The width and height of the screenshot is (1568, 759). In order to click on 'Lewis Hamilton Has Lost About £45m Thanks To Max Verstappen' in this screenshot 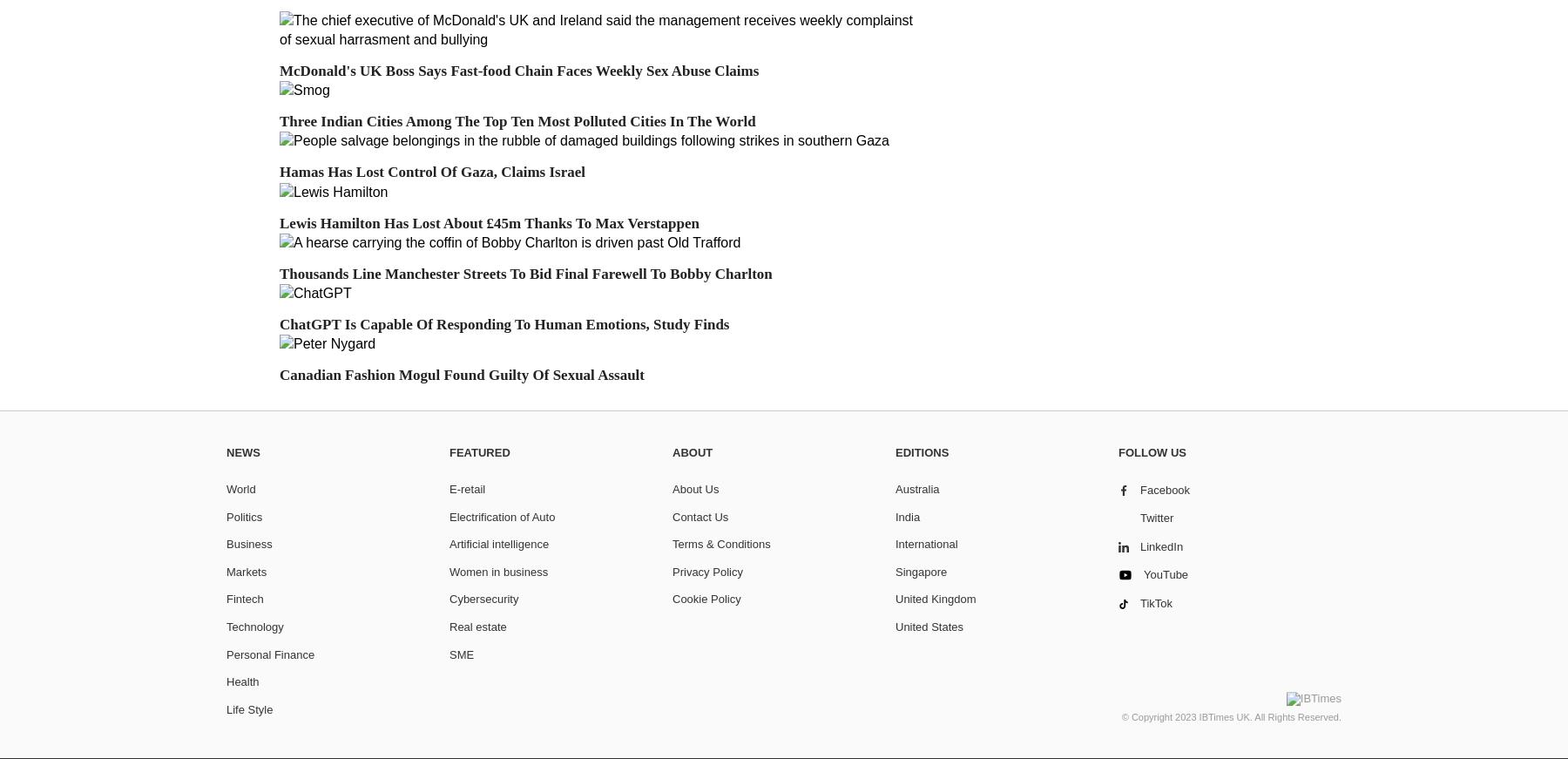, I will do `click(278, 222)`.